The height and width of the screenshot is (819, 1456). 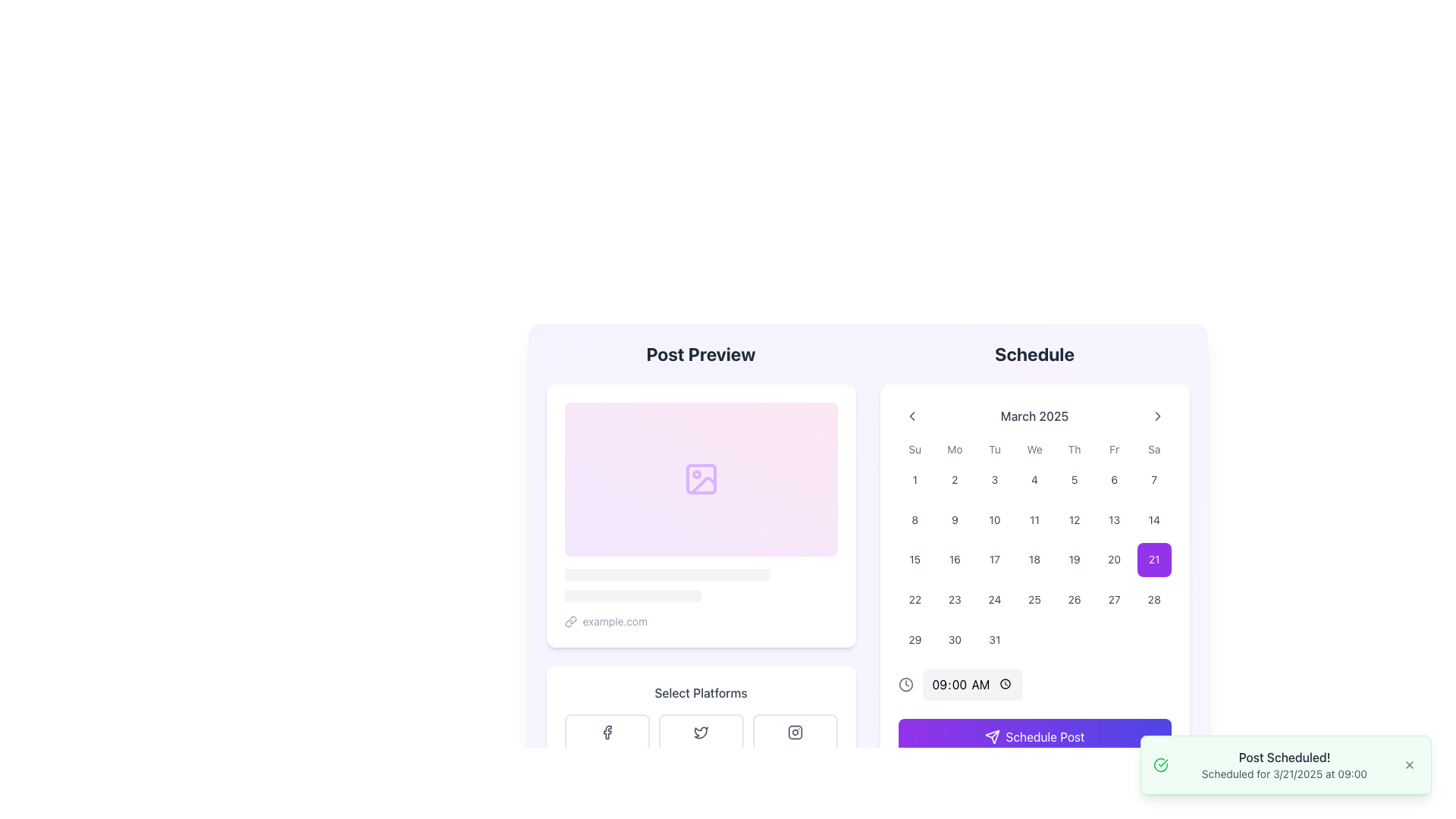 I want to click on the left arrow button in the navigation bar, which is styled with rounded corners and changes to light gray on hover, located to the left of the text 'March 2025', so click(x=911, y=416).